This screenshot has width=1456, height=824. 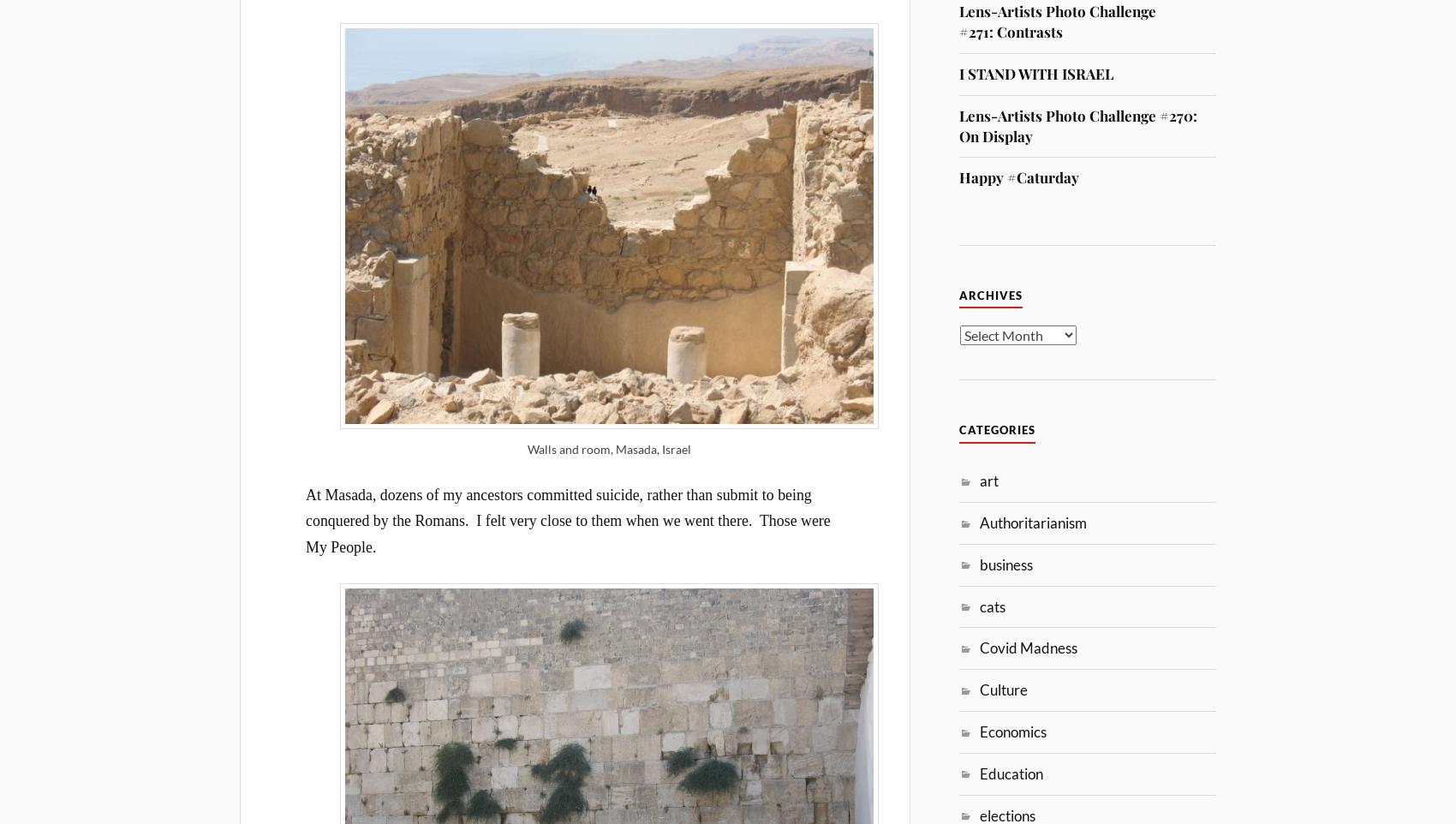 I want to click on 'Education', so click(x=1010, y=772).